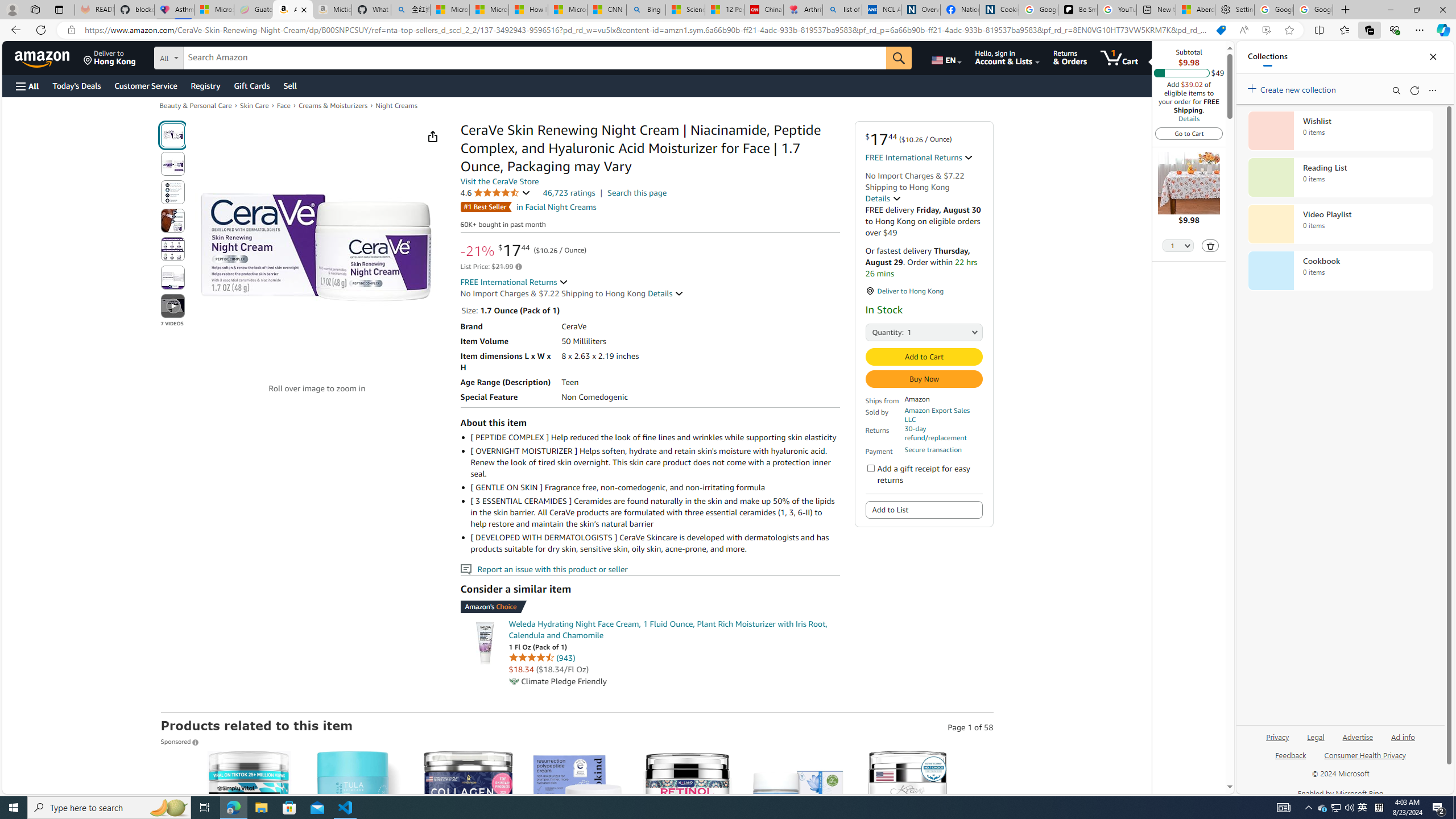 The image size is (1456, 819). I want to click on 'Learn more about Amazon pricing and savings', so click(519, 266).